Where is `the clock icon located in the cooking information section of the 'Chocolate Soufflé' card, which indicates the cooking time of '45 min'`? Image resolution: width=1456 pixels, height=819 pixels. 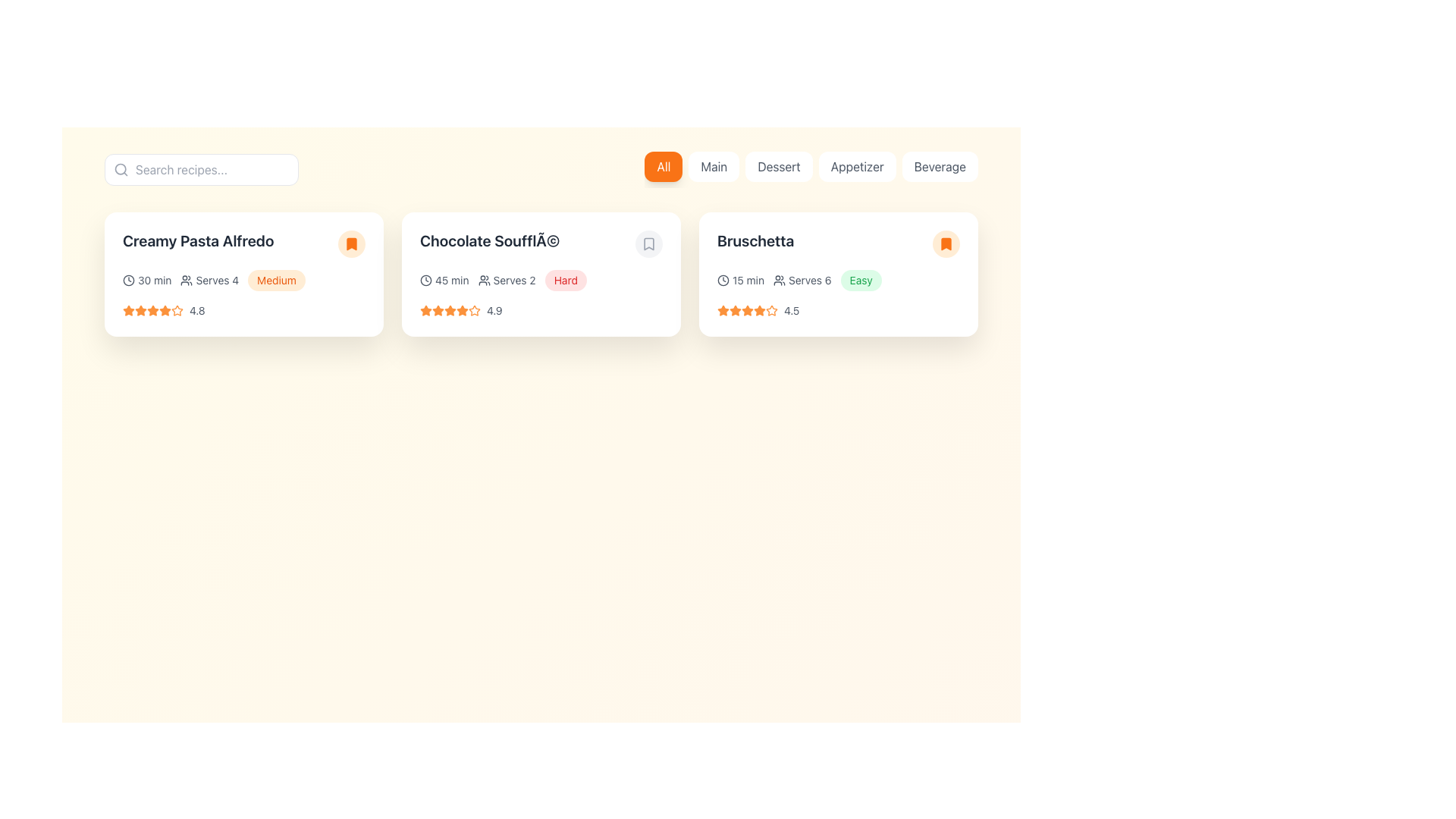 the clock icon located in the cooking information section of the 'Chocolate Soufflé' card, which indicates the cooking time of '45 min' is located at coordinates (425, 281).